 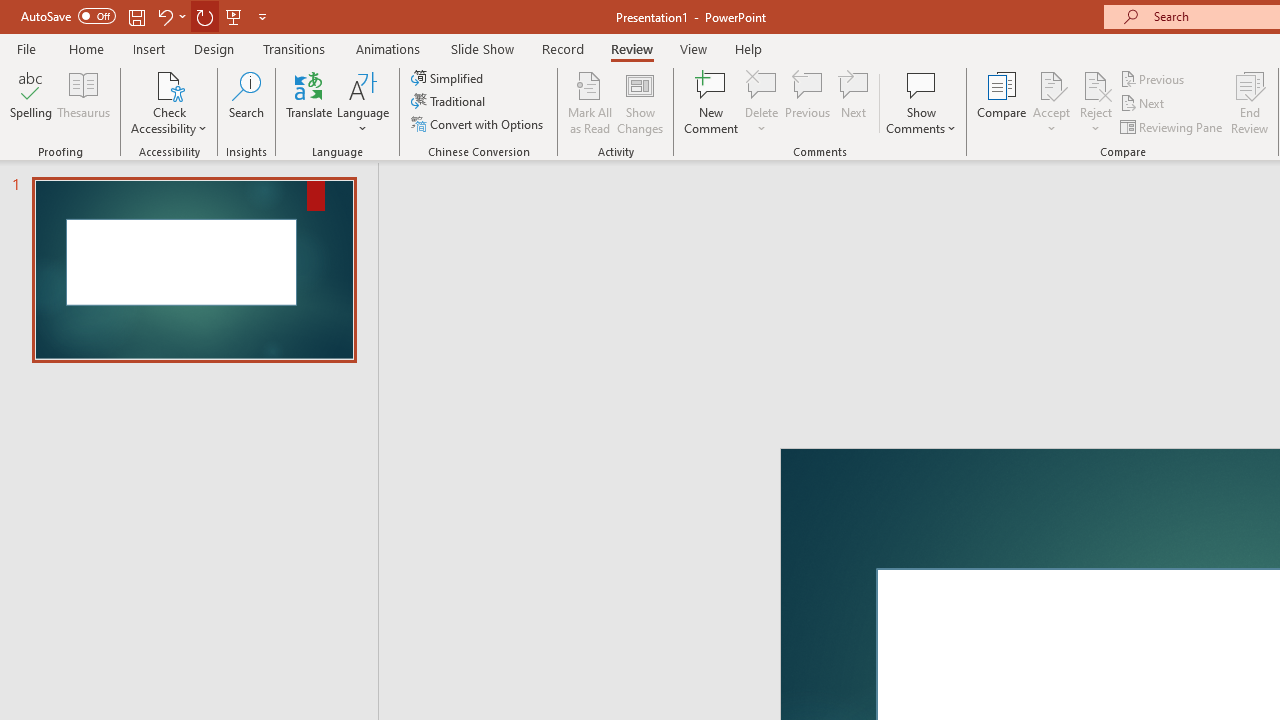 I want to click on 'Thesaurus...', so click(x=82, y=103).